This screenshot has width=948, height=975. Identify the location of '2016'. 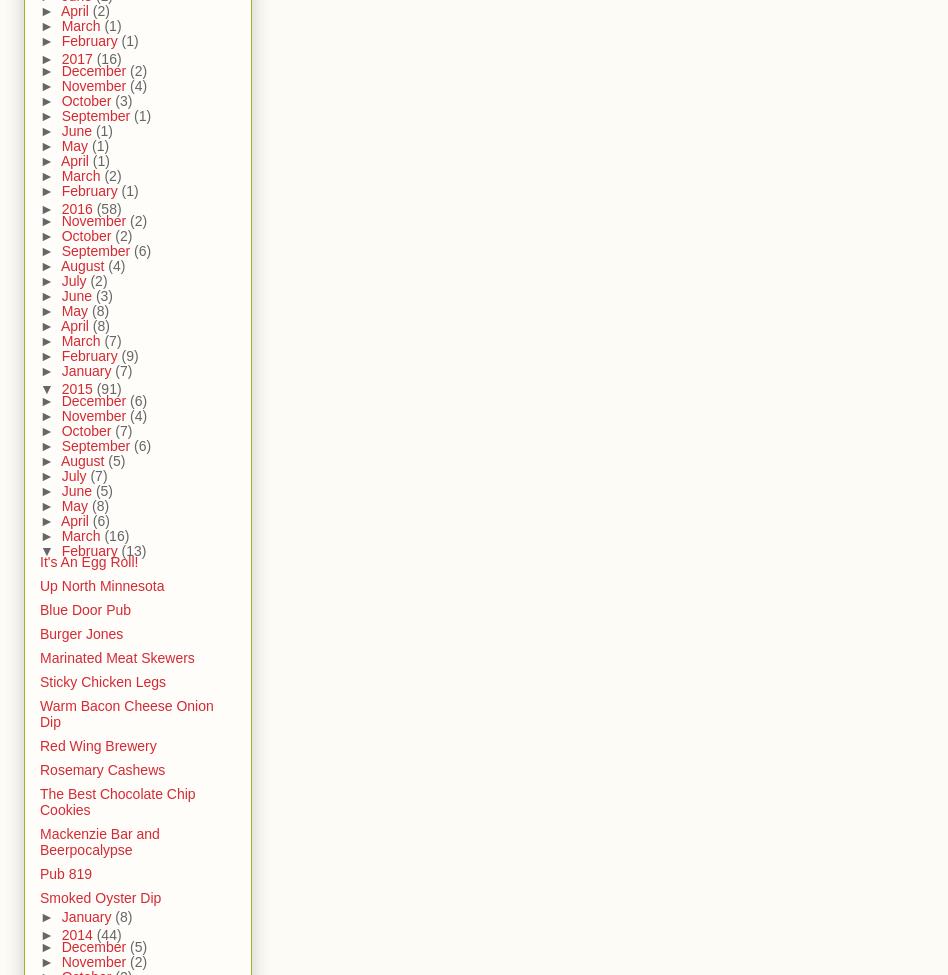
(78, 209).